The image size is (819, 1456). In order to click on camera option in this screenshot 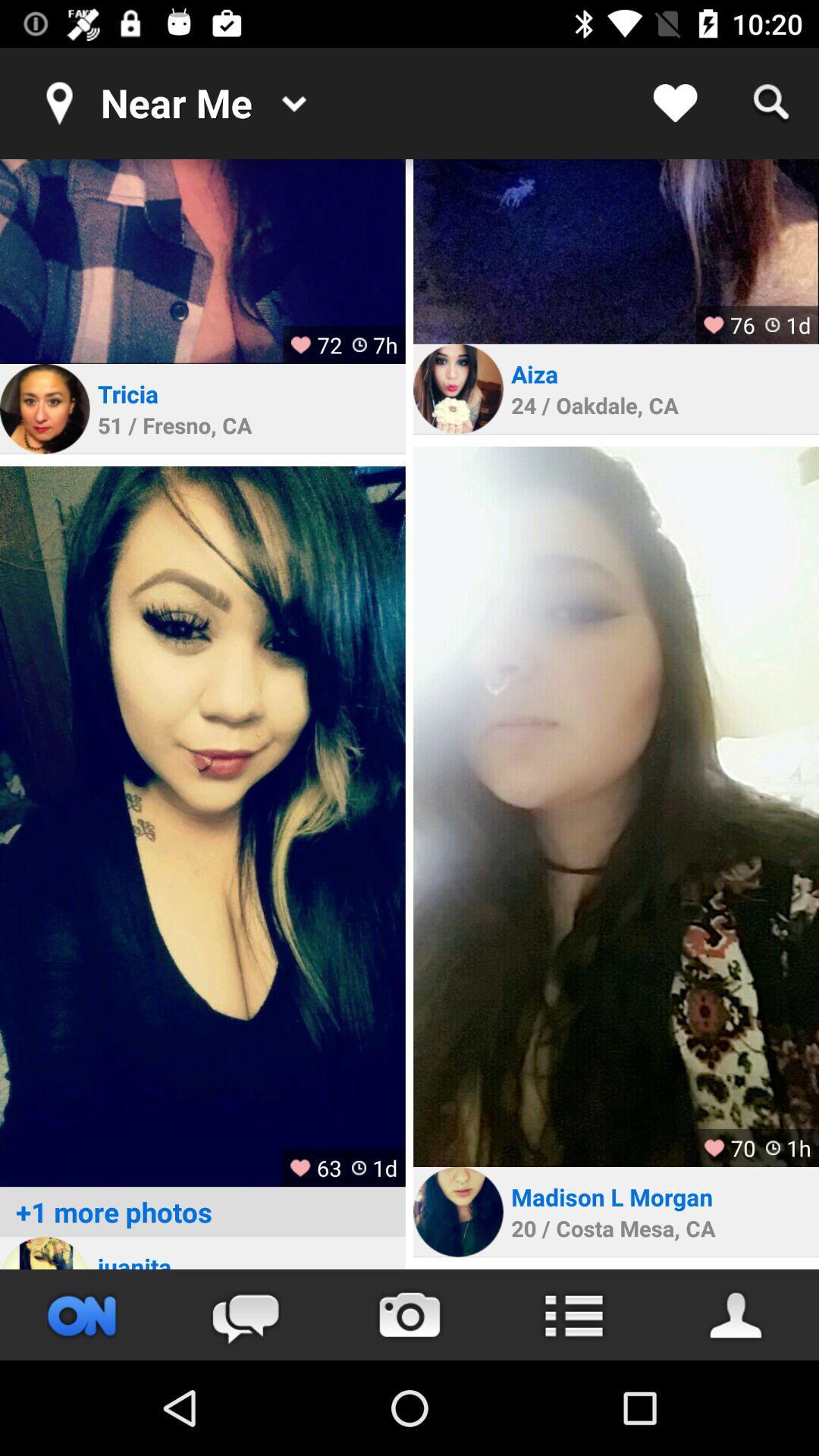, I will do `click(409, 1314)`.